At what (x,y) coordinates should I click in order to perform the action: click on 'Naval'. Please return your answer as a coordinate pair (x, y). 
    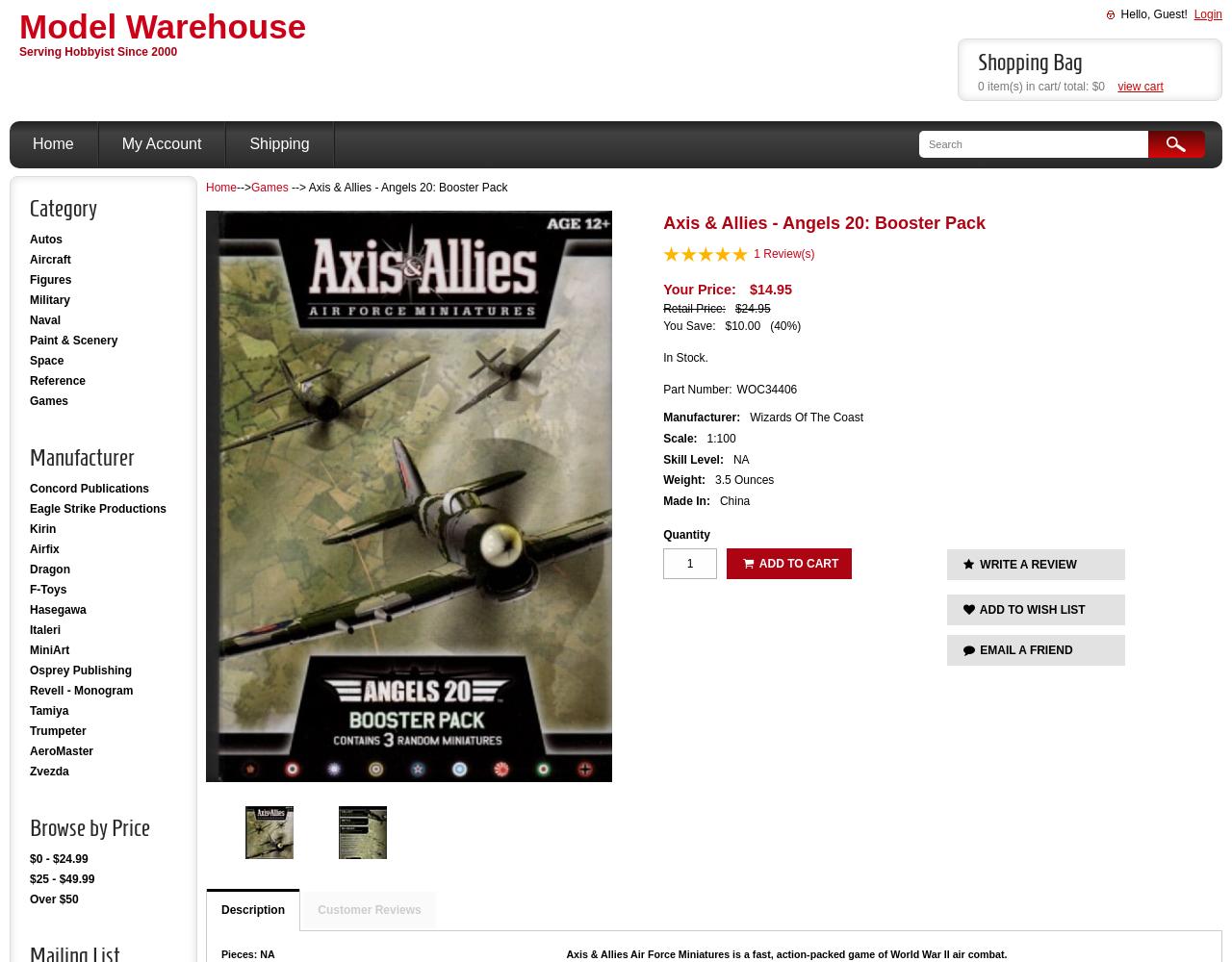
    Looking at the image, I should click on (44, 319).